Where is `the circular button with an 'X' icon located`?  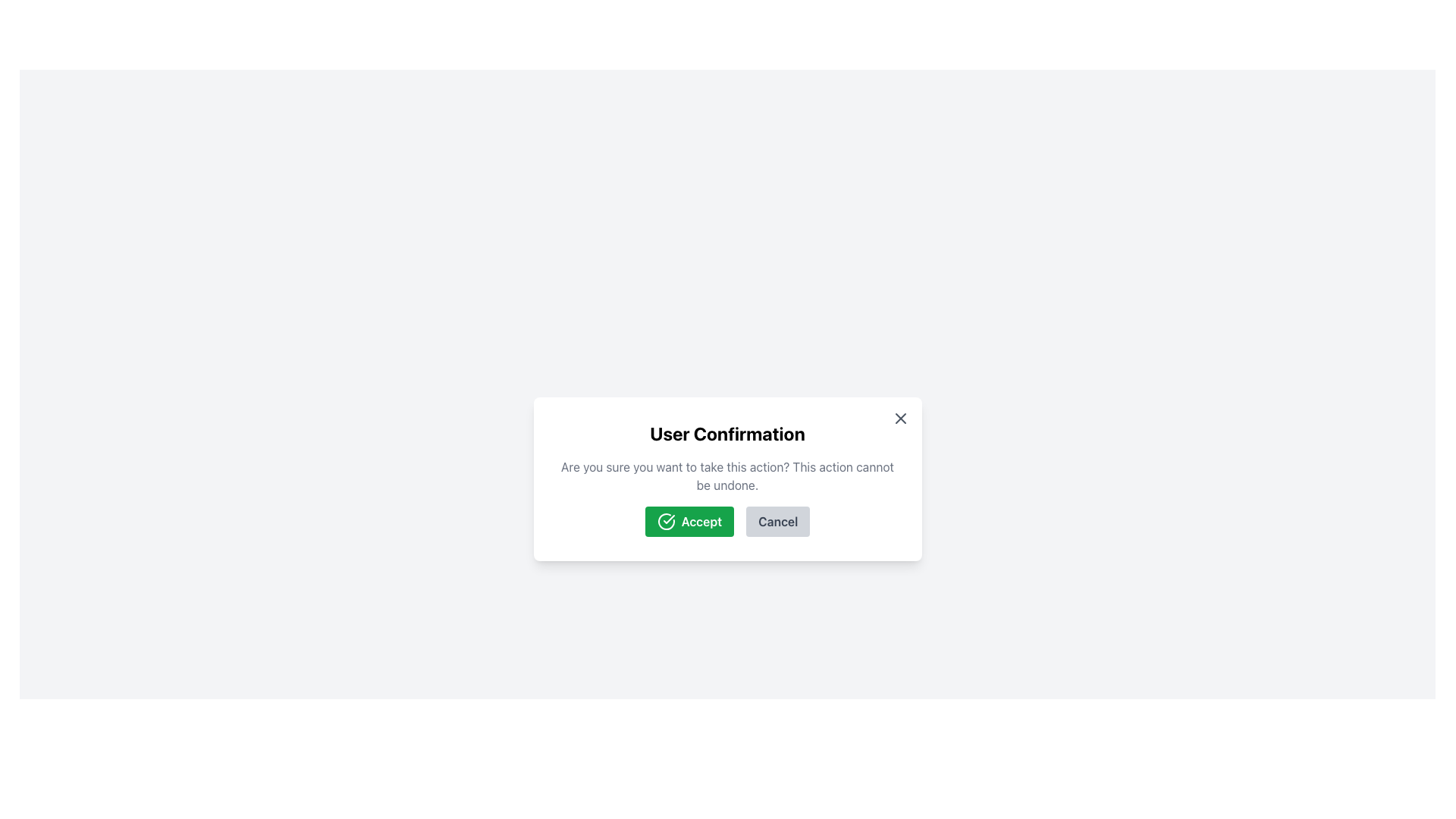
the circular button with an 'X' icon located is located at coordinates (900, 418).